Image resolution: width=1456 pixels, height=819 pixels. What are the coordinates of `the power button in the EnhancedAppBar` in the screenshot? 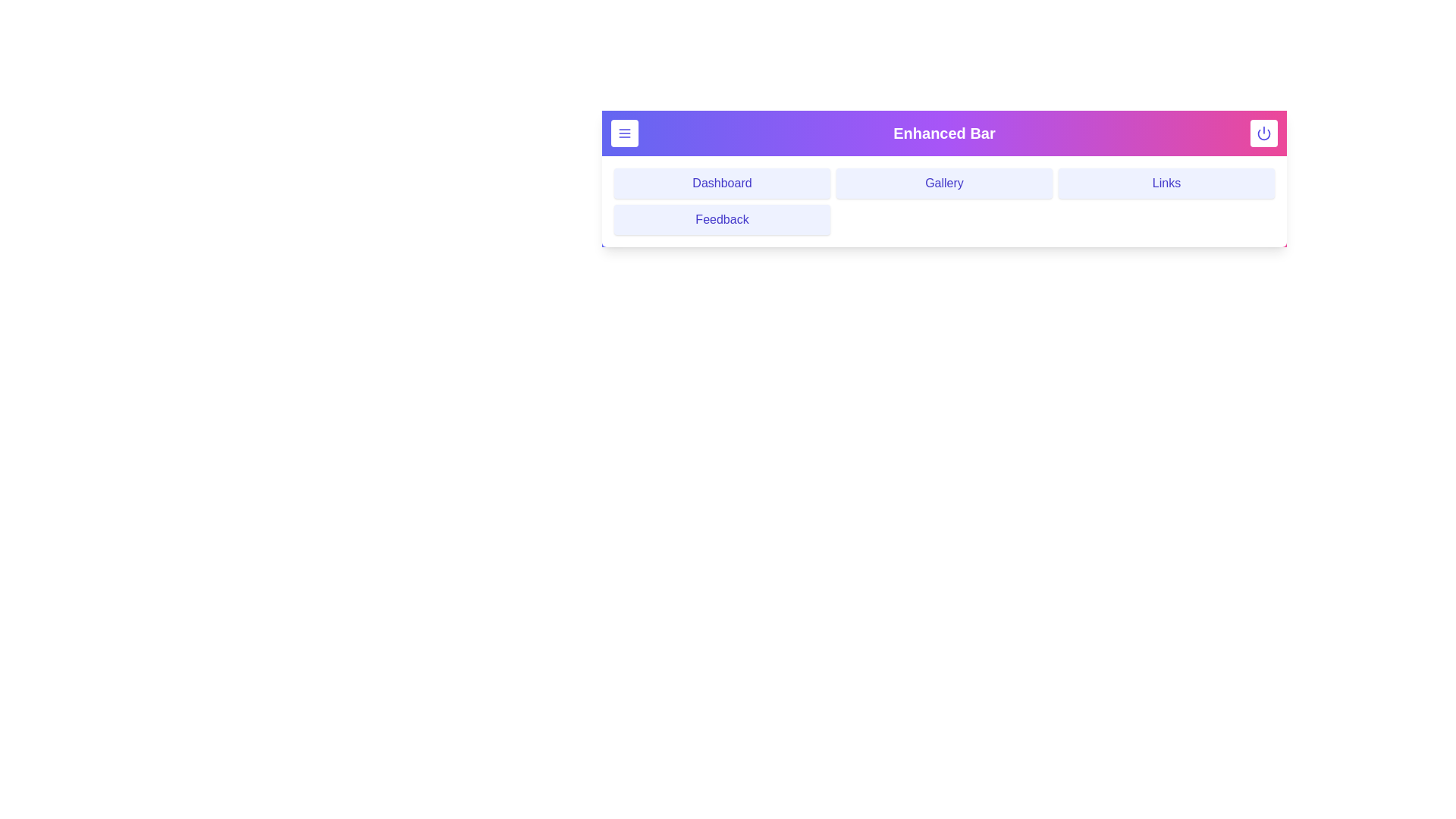 It's located at (1263, 133).